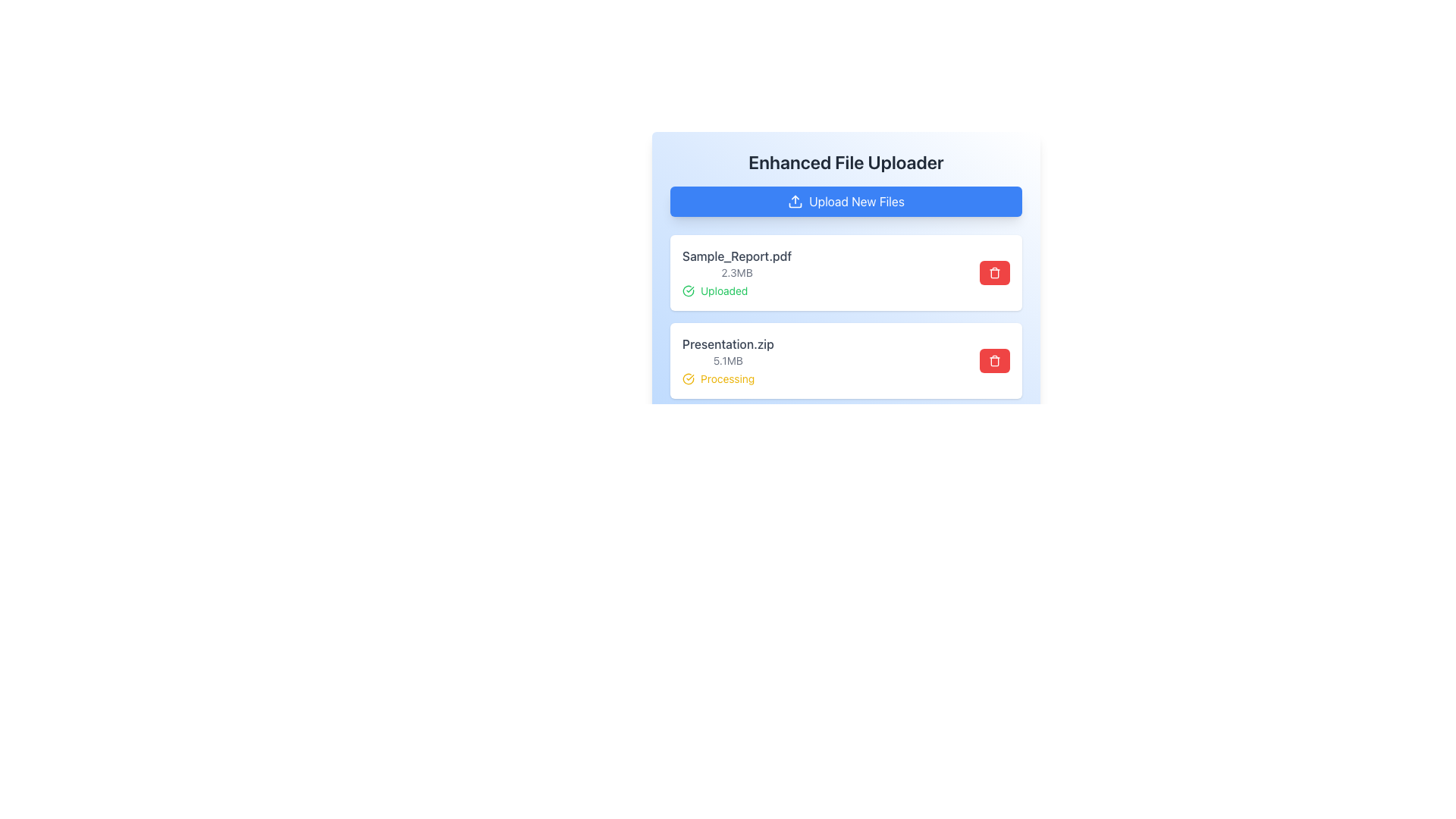  Describe the element at coordinates (846, 271) in the screenshot. I see `file details of the interactive list item labeled 'Sample_Report.pdf' with a size of '2.3MB' and an 'Uploaded' status indicator` at that location.